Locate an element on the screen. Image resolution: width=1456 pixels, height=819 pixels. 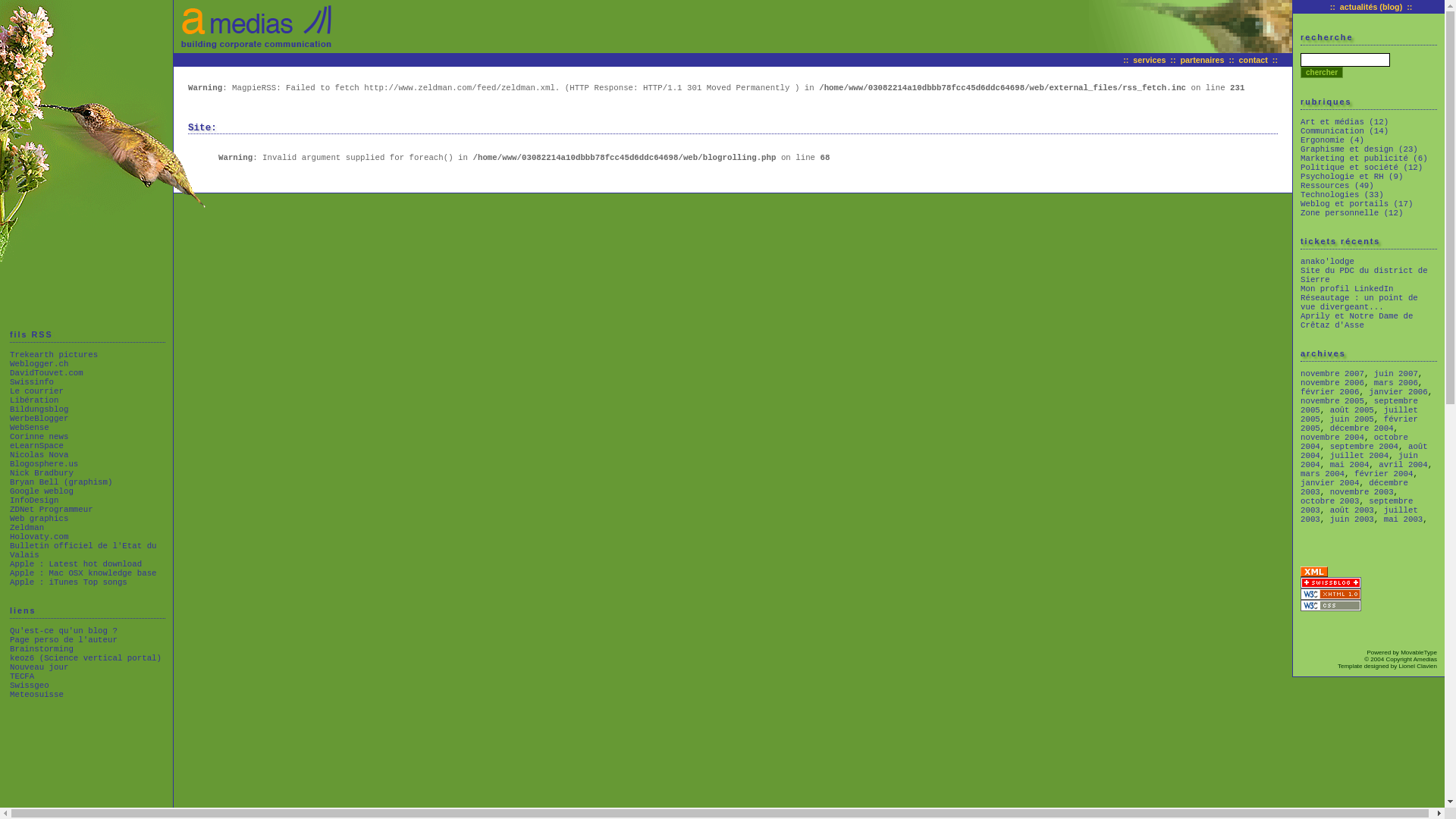
'mai 2004' is located at coordinates (1329, 464).